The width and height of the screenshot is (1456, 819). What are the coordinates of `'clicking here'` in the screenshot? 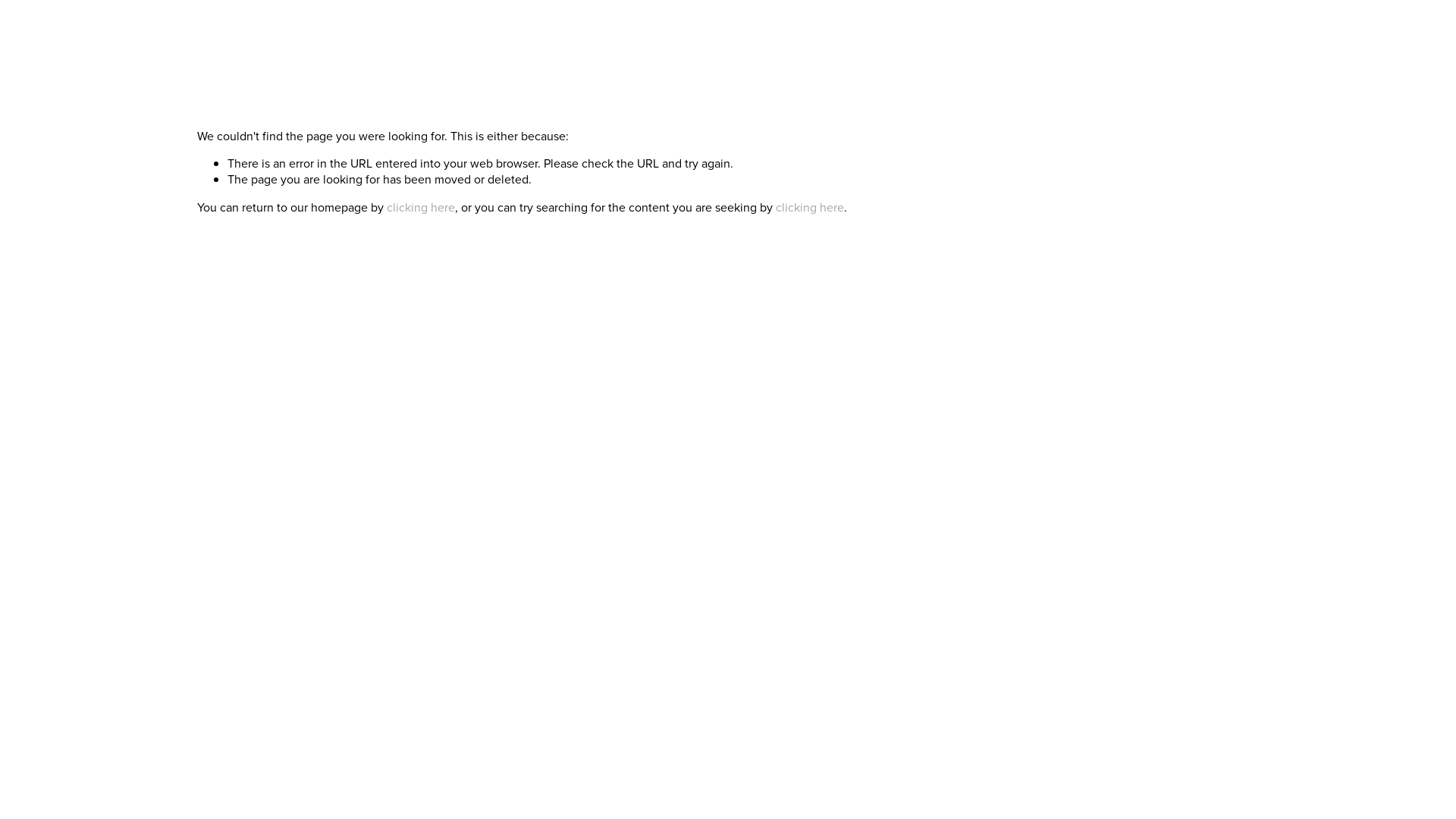 It's located at (421, 207).